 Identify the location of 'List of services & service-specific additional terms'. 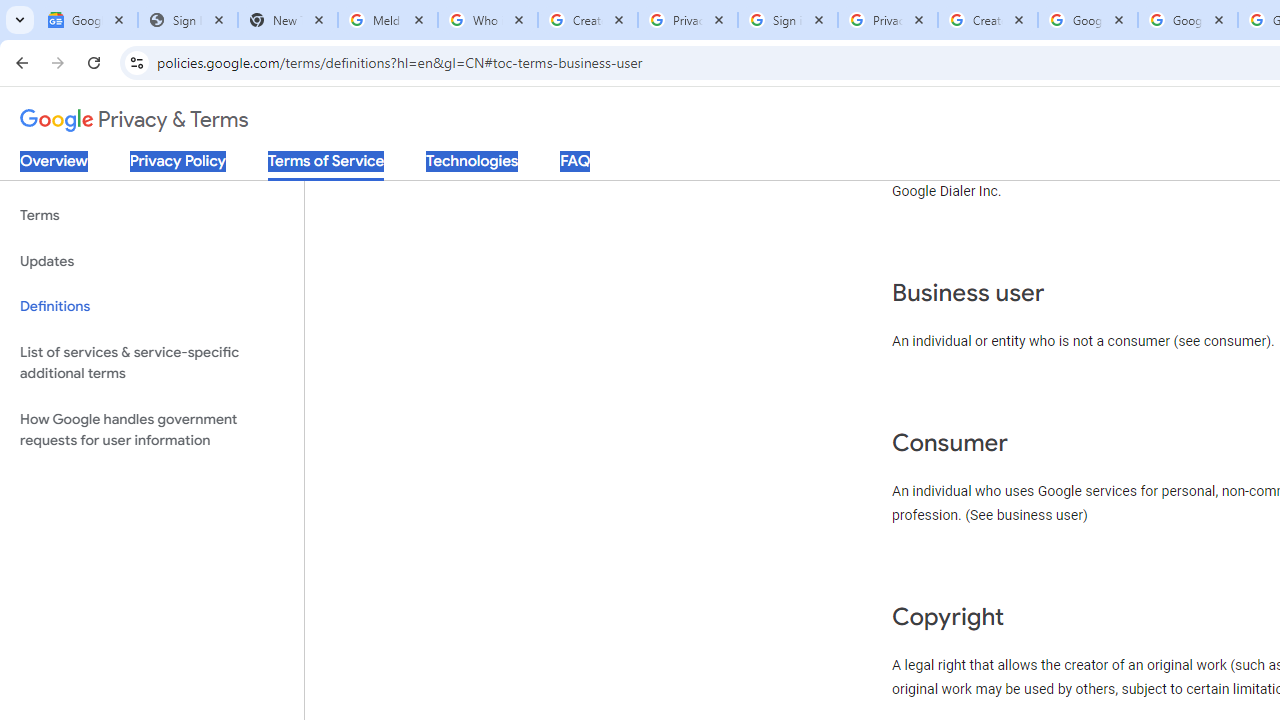
(151, 362).